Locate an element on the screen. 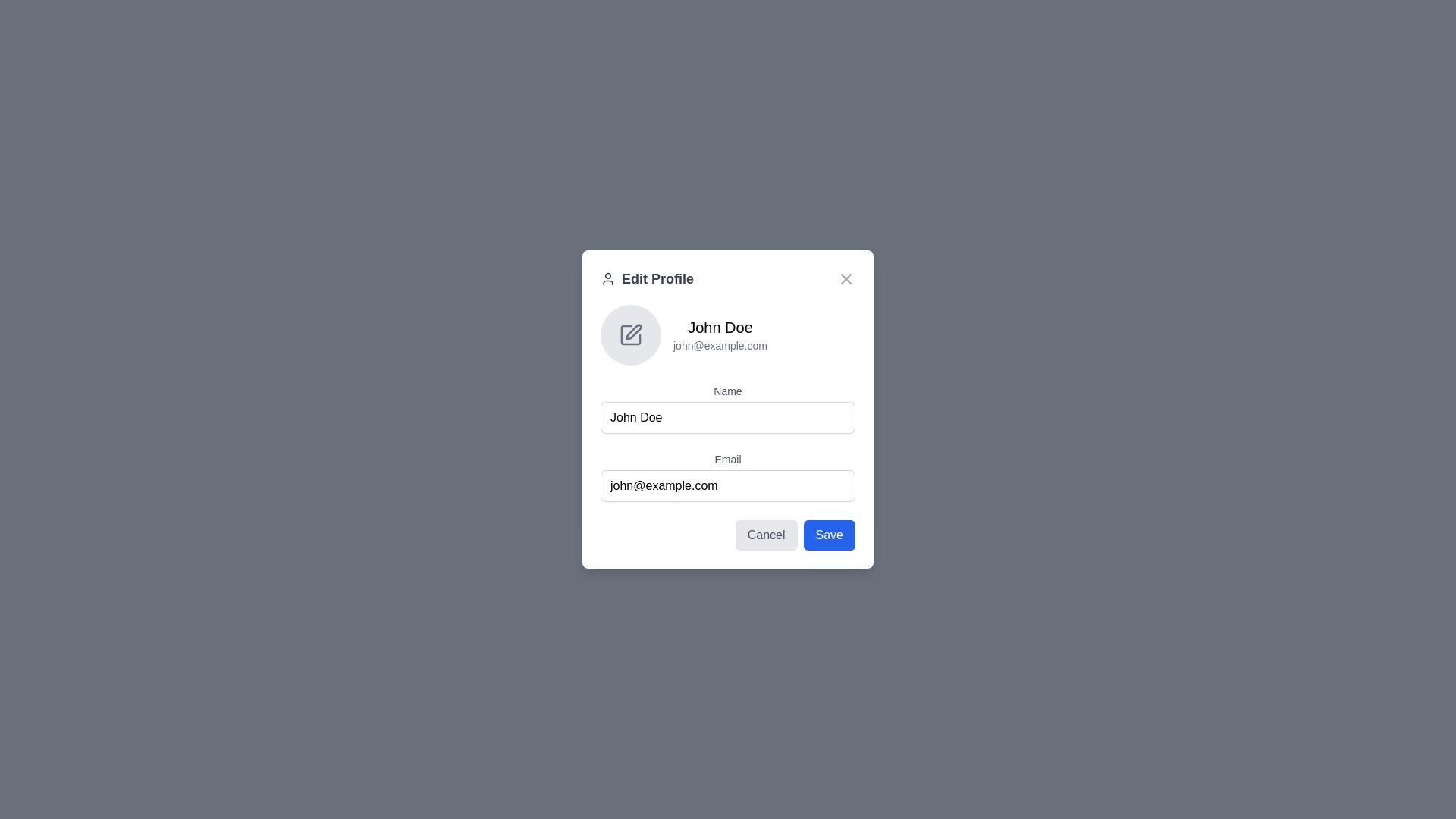  'Email' label text, which is a small, medium-weight, gray-colored text above the email input field in the modal dialog box is located at coordinates (728, 458).